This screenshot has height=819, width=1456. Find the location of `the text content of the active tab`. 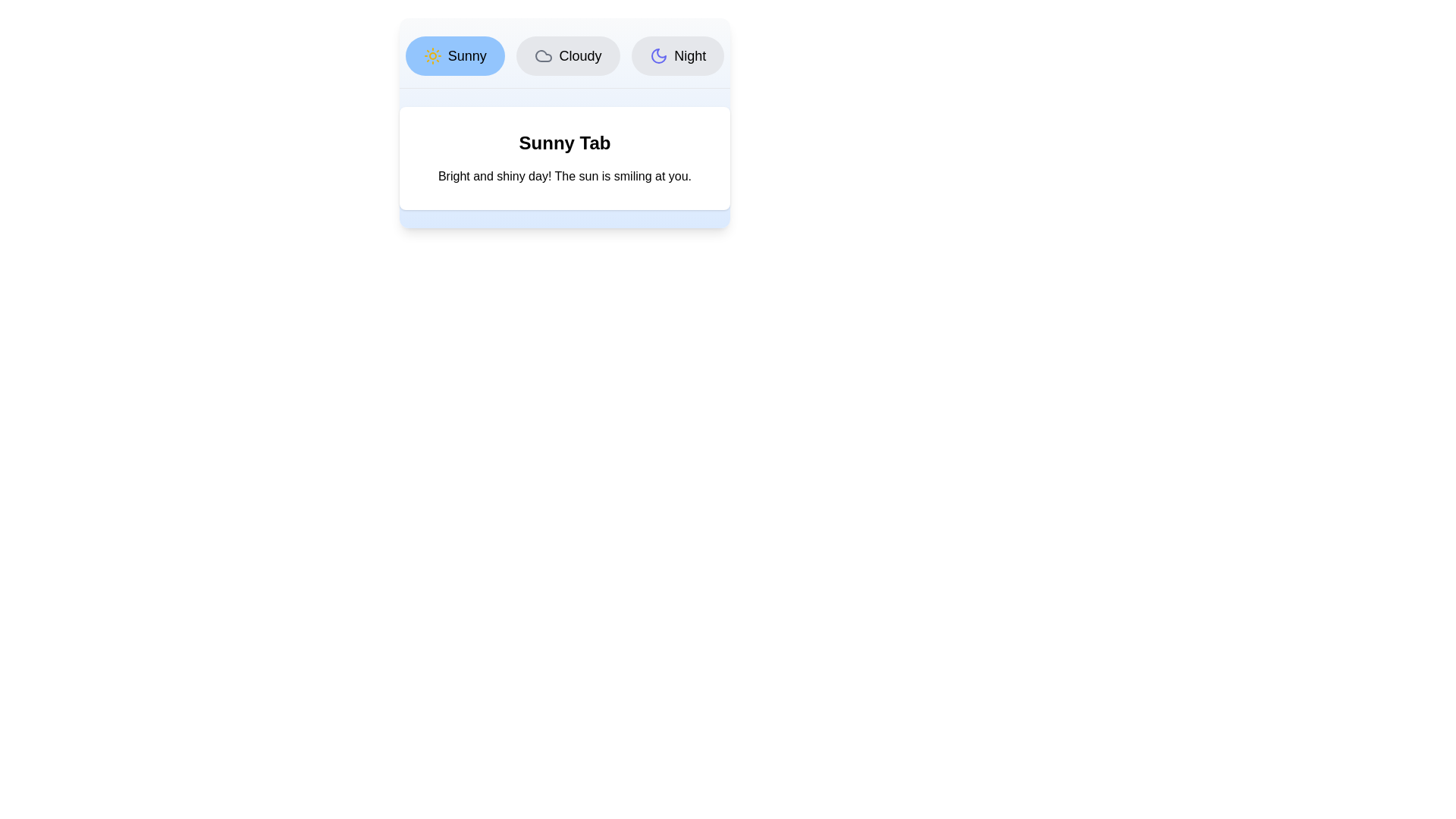

the text content of the active tab is located at coordinates (563, 175).